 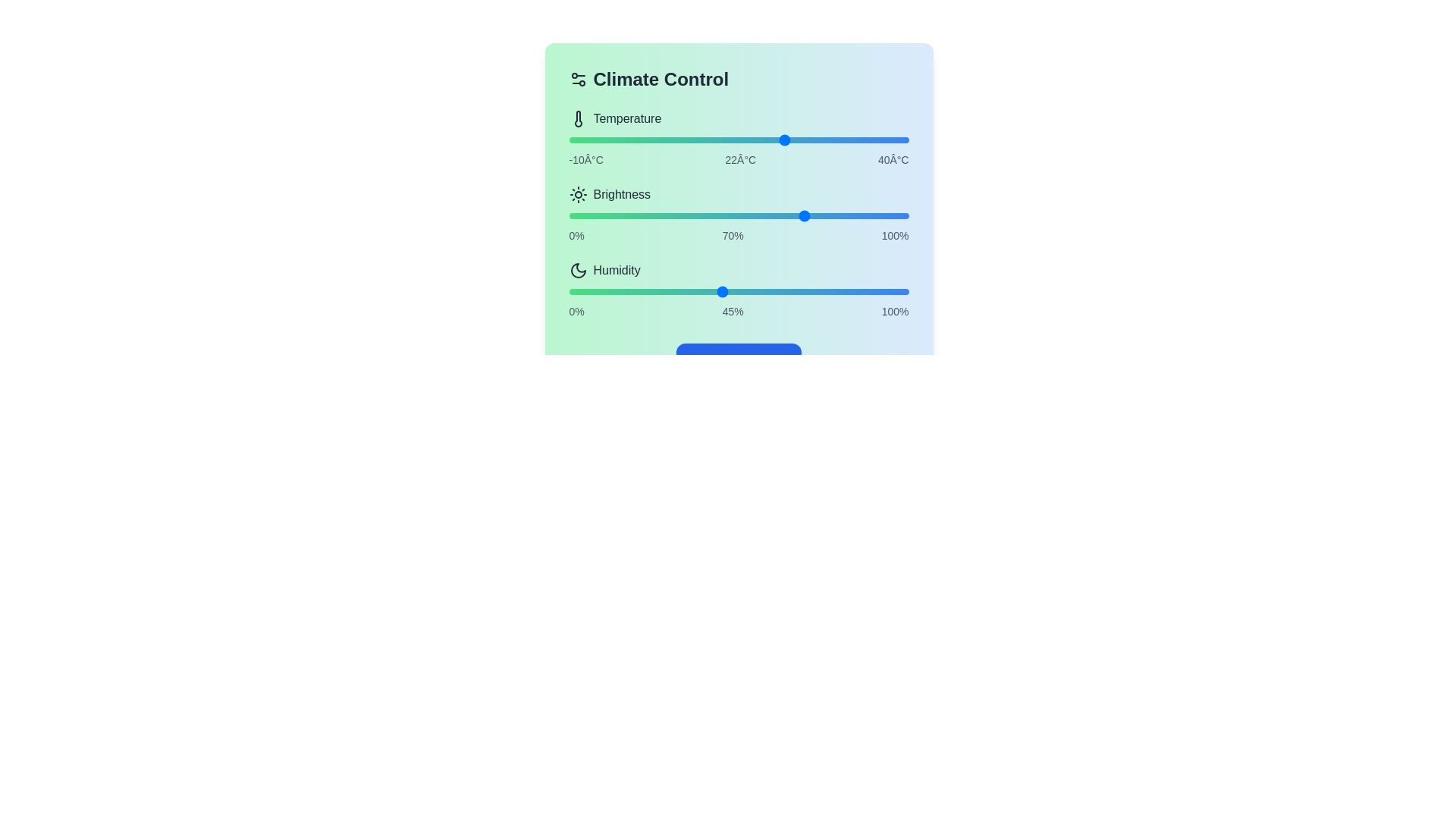 What do you see at coordinates (577, 194) in the screenshot?
I see `the sun-shaped icon representing brightness settings, which is located beside the 'Brightness' label` at bounding box center [577, 194].